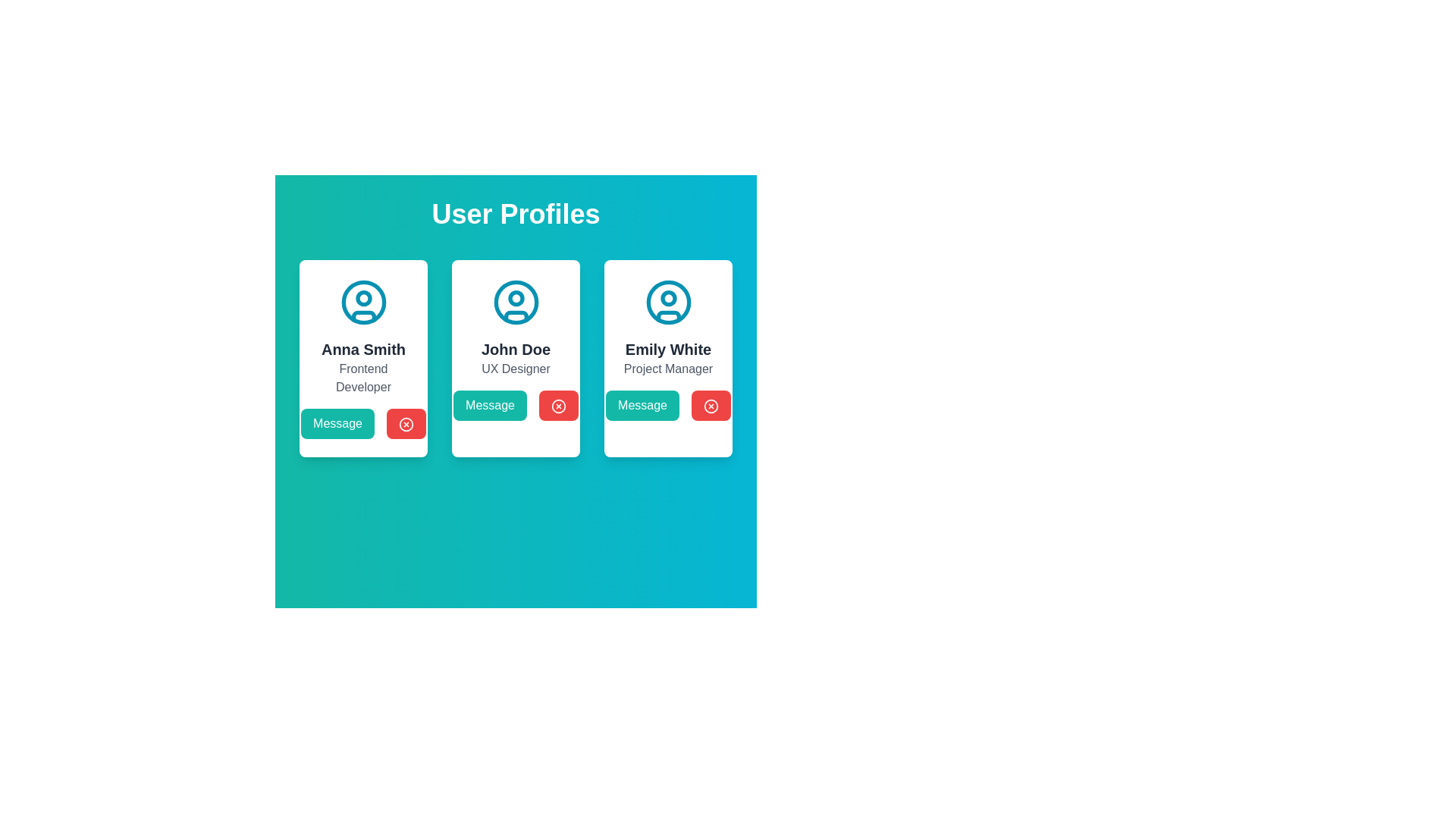 This screenshot has height=819, width=1456. I want to click on the circular head component of the avatar for Emily White in the third profile card of the 'User Profiles' section, so click(667, 298).